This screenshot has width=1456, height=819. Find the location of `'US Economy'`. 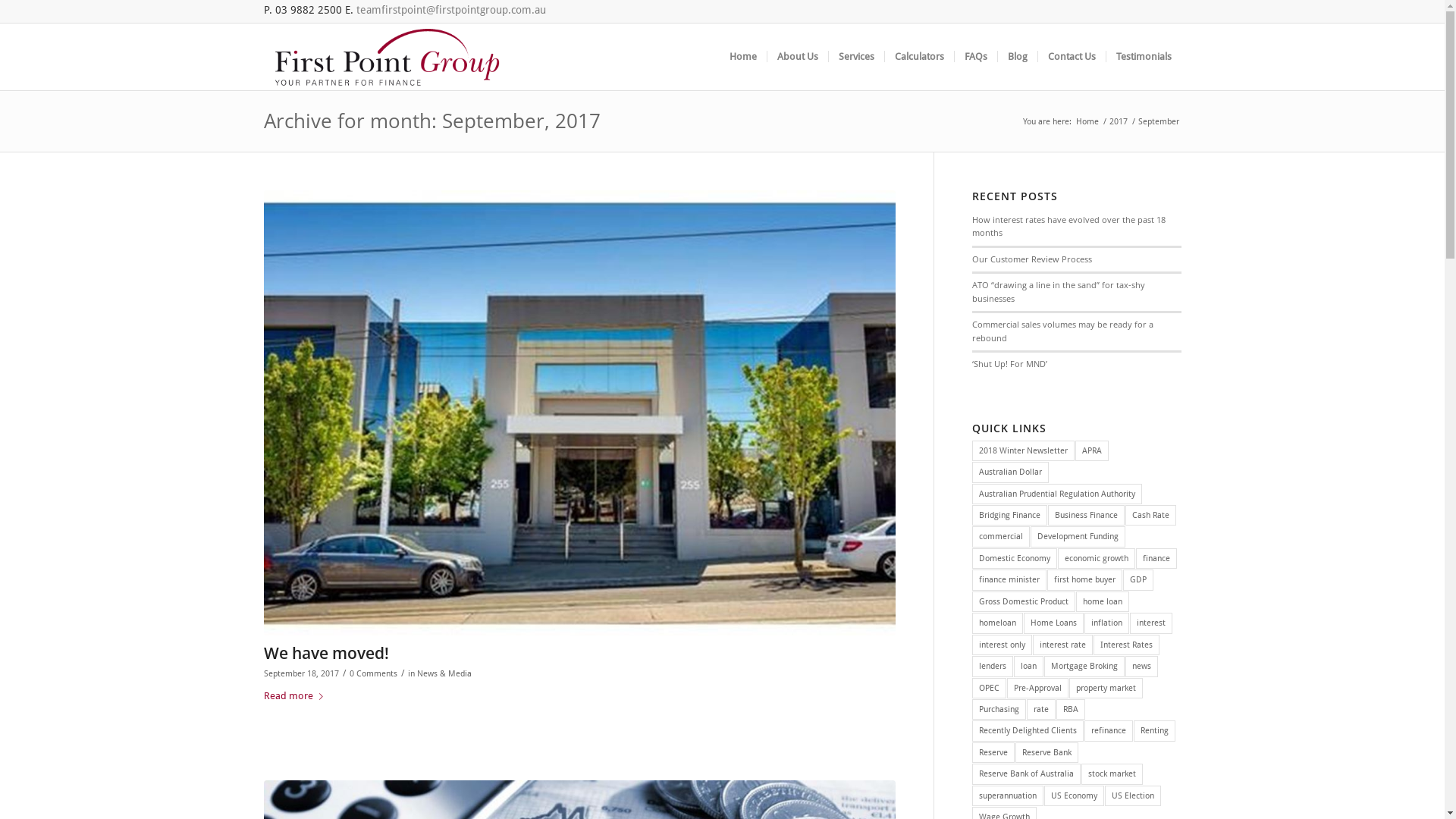

'US Economy' is located at coordinates (1073, 795).